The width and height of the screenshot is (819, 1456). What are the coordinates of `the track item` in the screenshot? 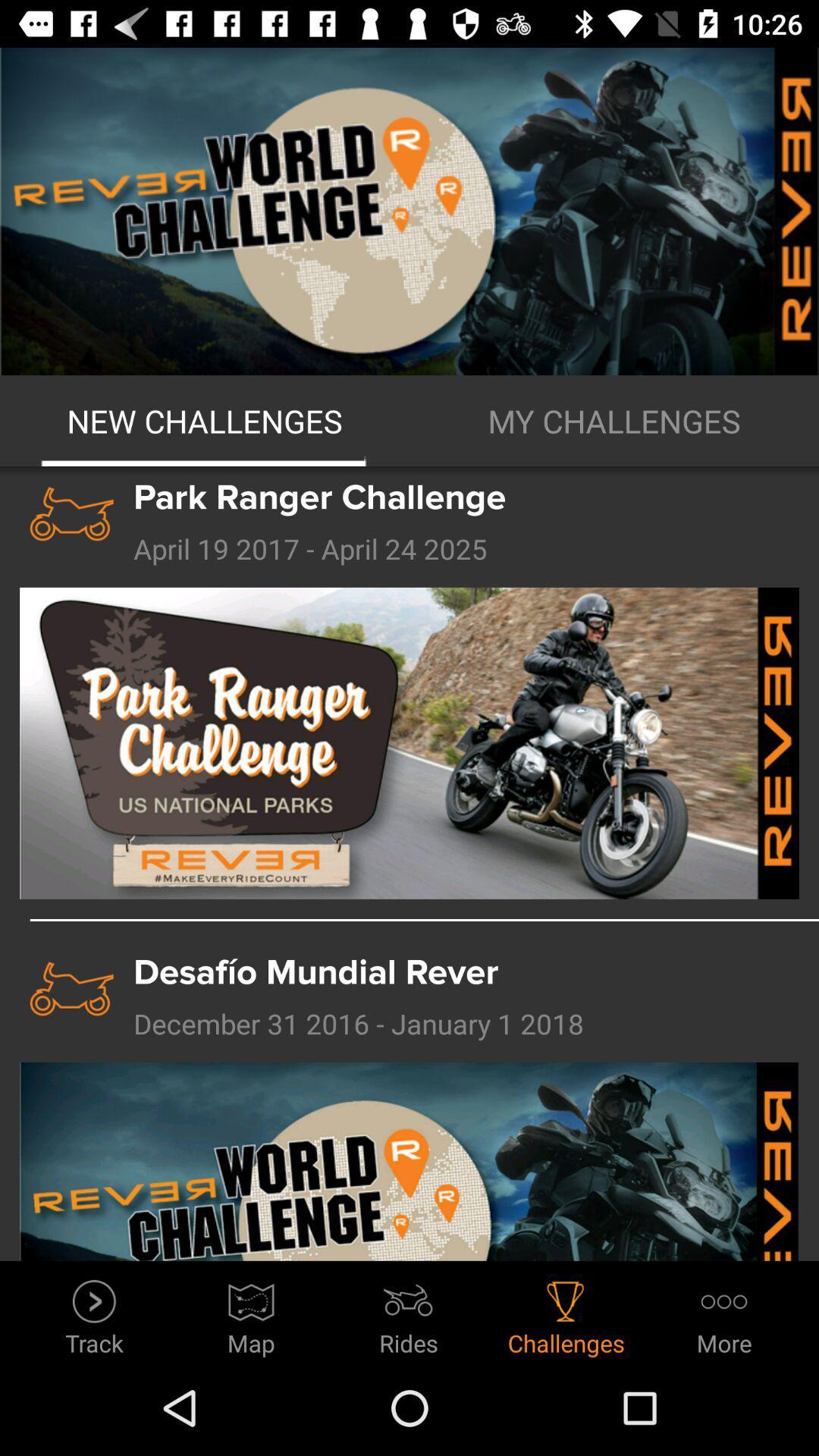 It's located at (94, 1313).